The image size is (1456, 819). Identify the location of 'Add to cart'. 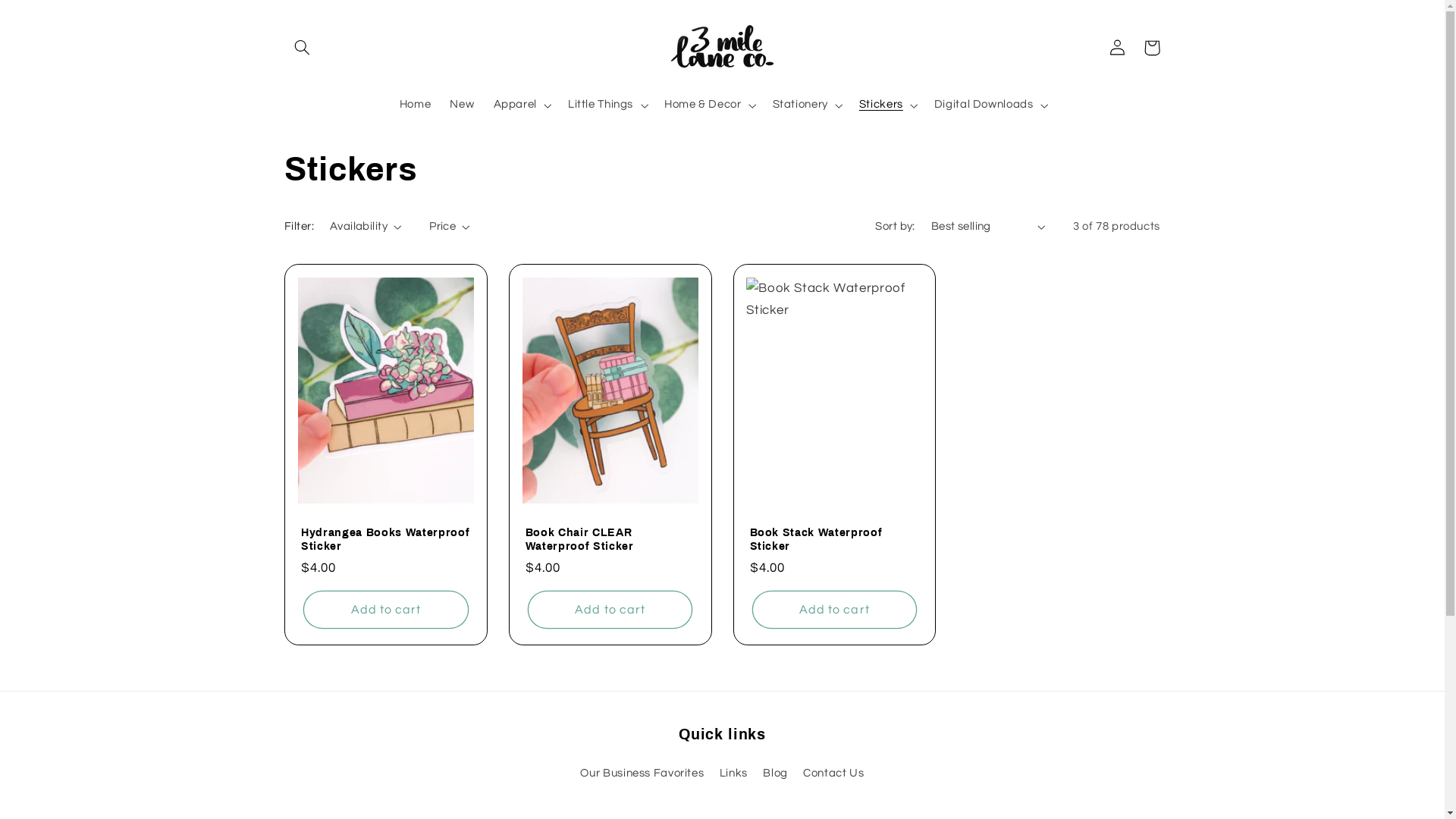
(303, 608).